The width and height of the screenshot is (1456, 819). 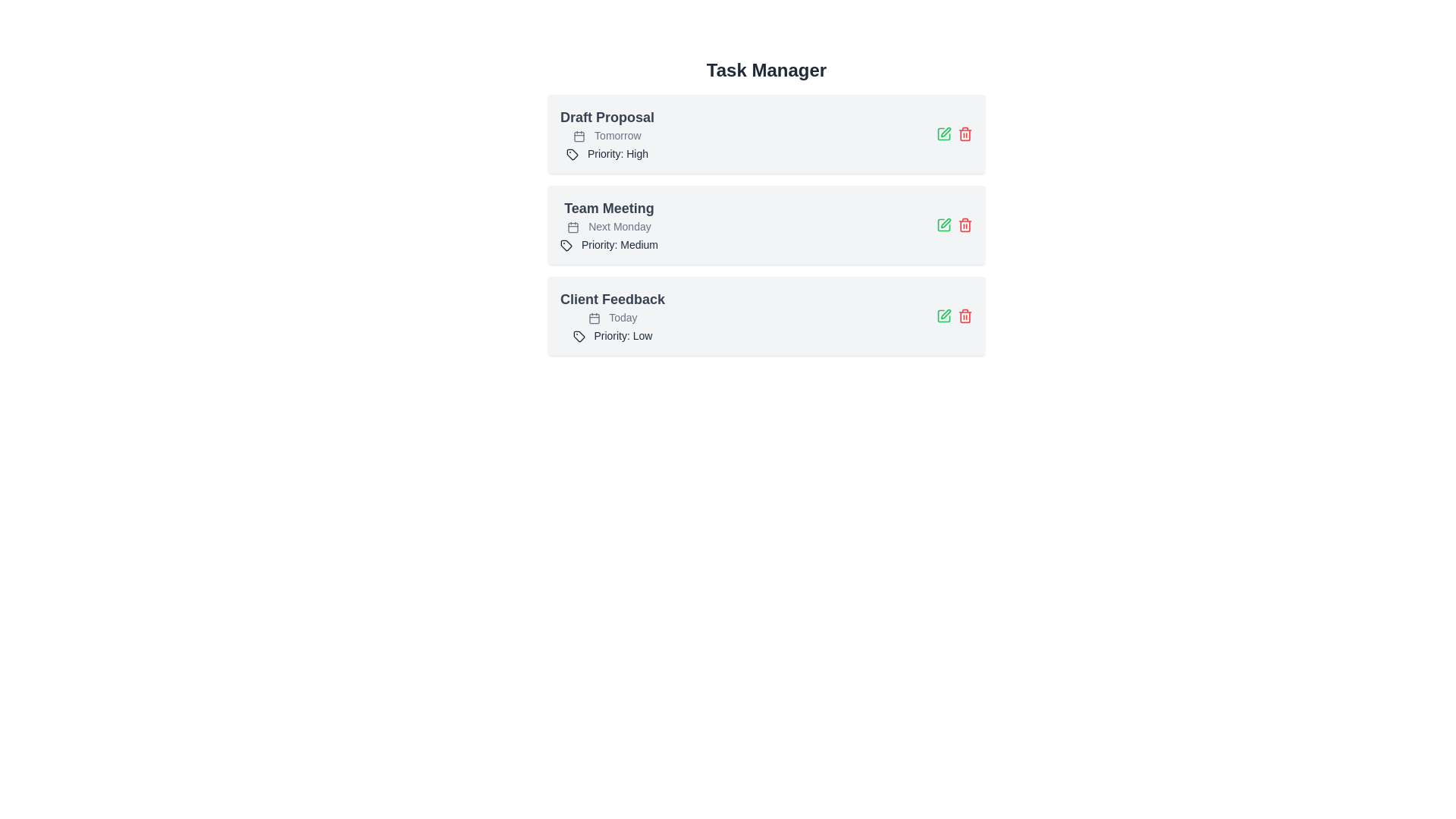 What do you see at coordinates (579, 136) in the screenshot?
I see `the calendar icon located to the left of the text 'Tomorrow' in the 'Draft Proposal' task section` at bounding box center [579, 136].